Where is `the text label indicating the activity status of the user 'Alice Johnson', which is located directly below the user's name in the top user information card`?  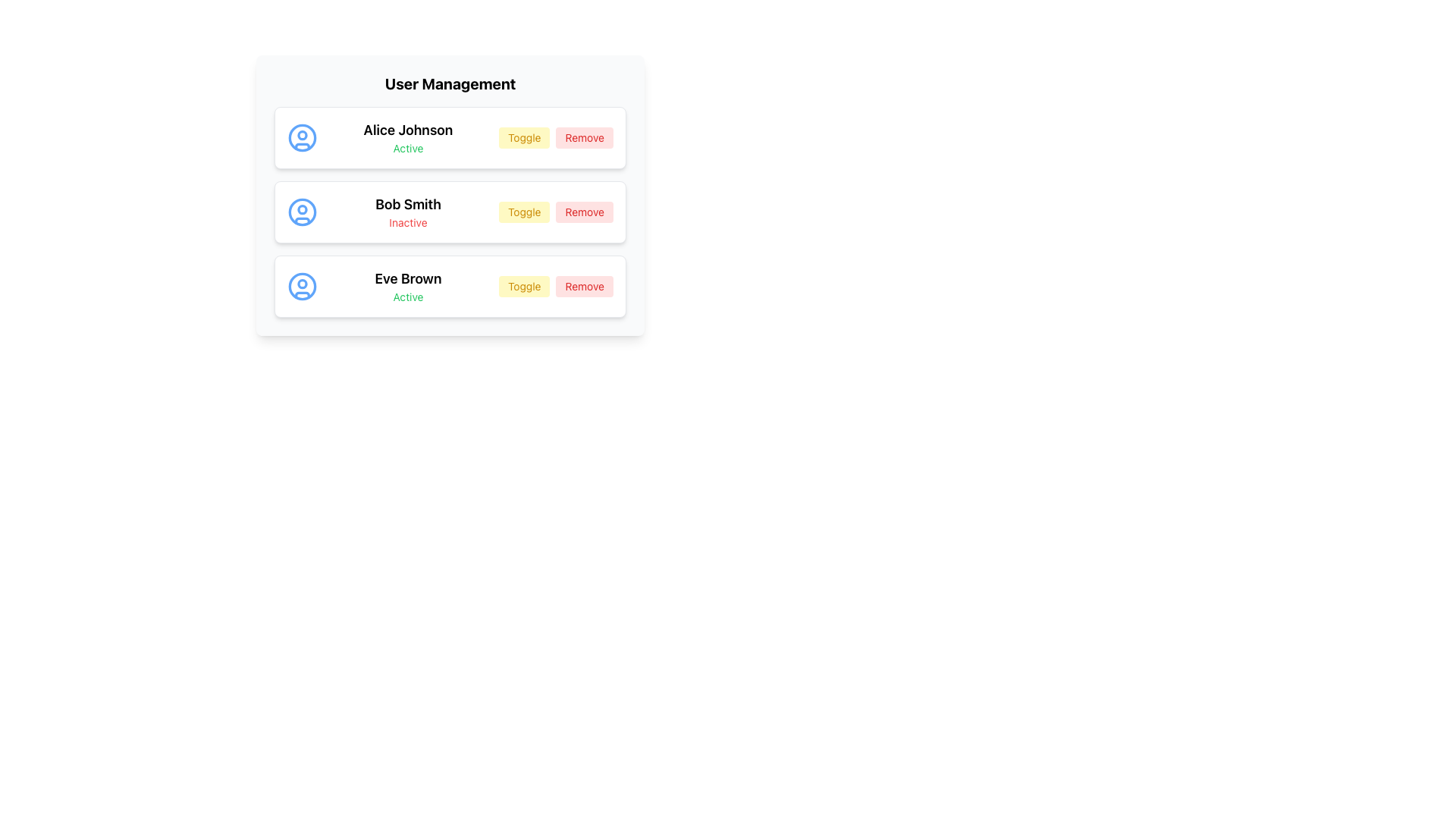 the text label indicating the activity status of the user 'Alice Johnson', which is located directly below the user's name in the top user information card is located at coordinates (408, 149).